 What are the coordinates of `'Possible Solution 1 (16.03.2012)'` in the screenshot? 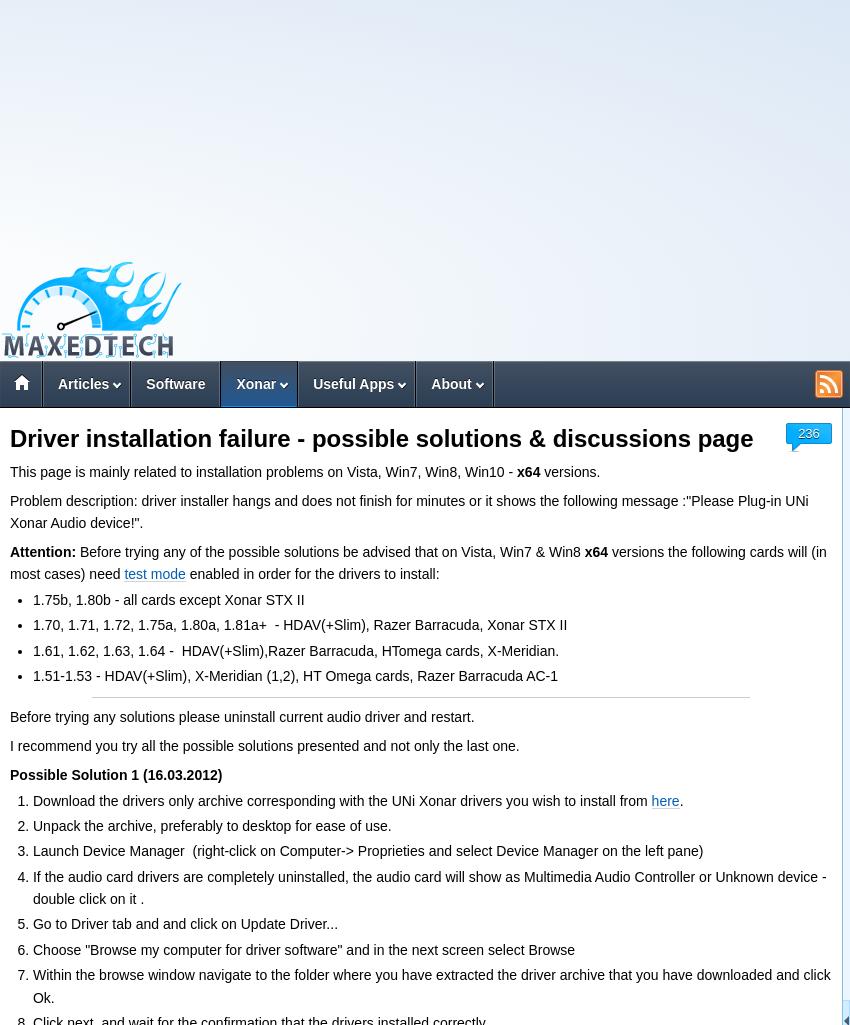 It's located at (115, 773).